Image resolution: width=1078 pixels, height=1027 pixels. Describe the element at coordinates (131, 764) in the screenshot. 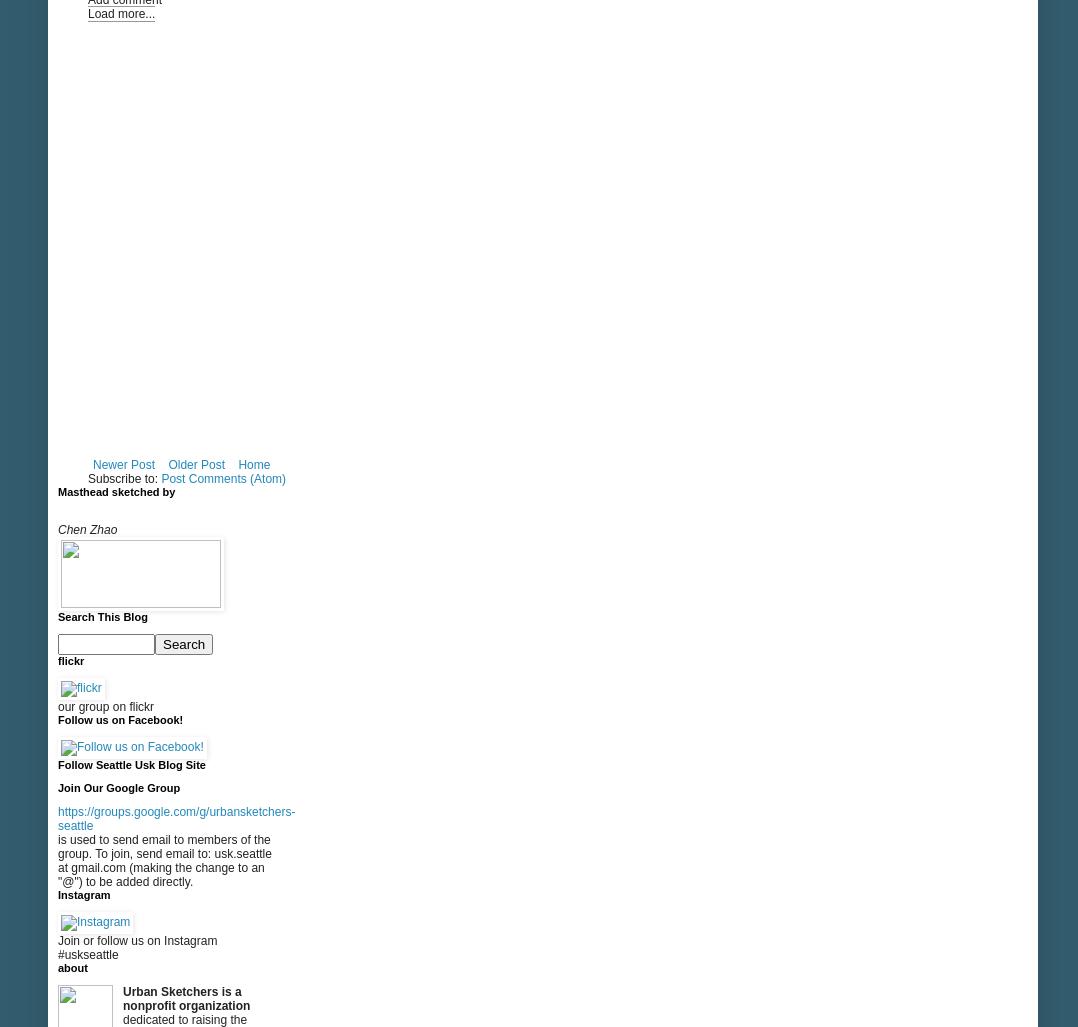

I see `'Follow Seattle Usk Blog Site'` at that location.